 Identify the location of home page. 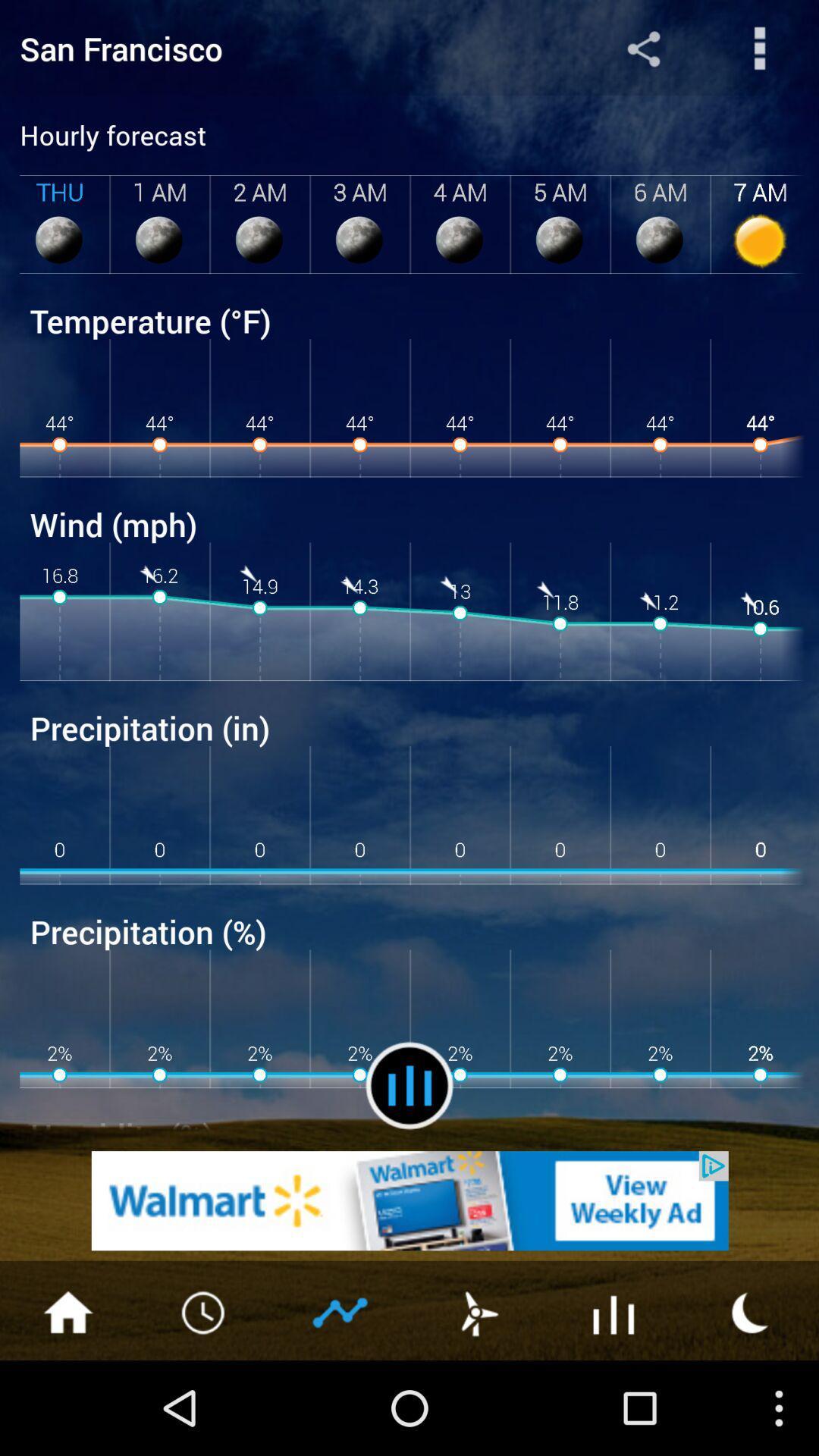
(67, 1310).